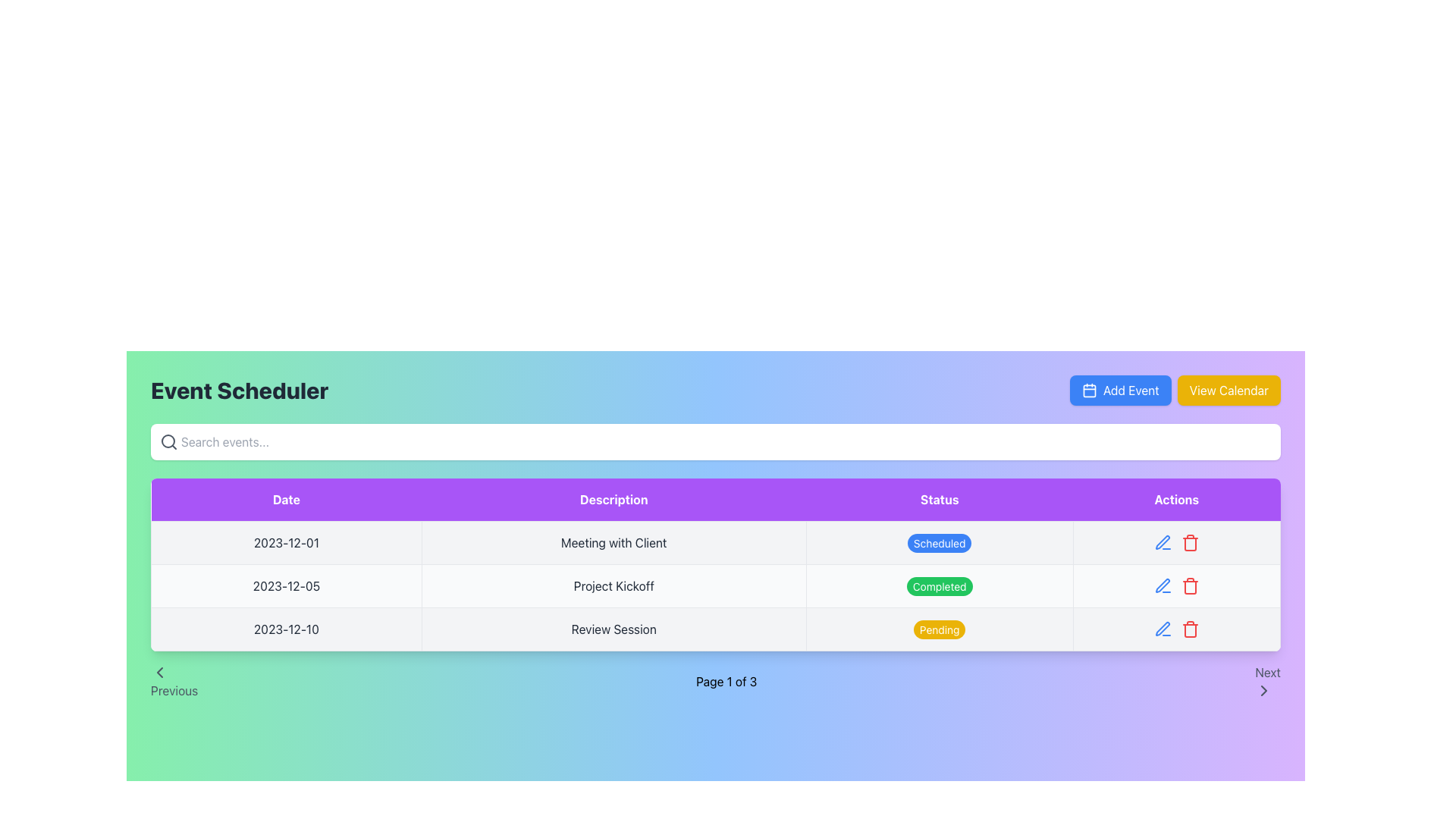 The height and width of the screenshot is (819, 1456). Describe the element at coordinates (613, 500) in the screenshot. I see `the second column header in the table that describes the contents of the 'Description' field, located between the 'Date' and 'Status' columns` at that location.